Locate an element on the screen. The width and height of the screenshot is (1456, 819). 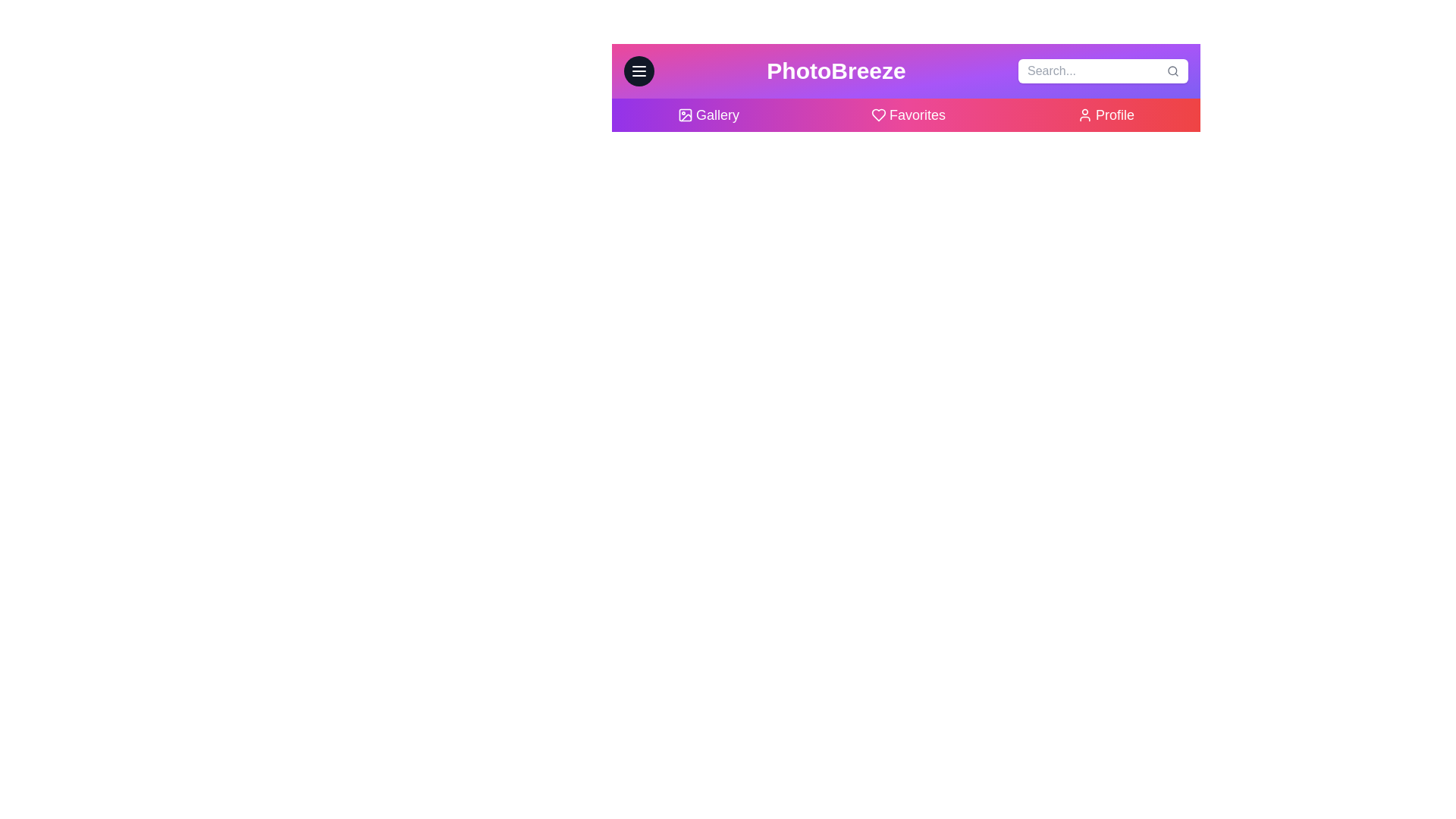
the menu button to toggle the menu visibility is located at coordinates (639, 71).